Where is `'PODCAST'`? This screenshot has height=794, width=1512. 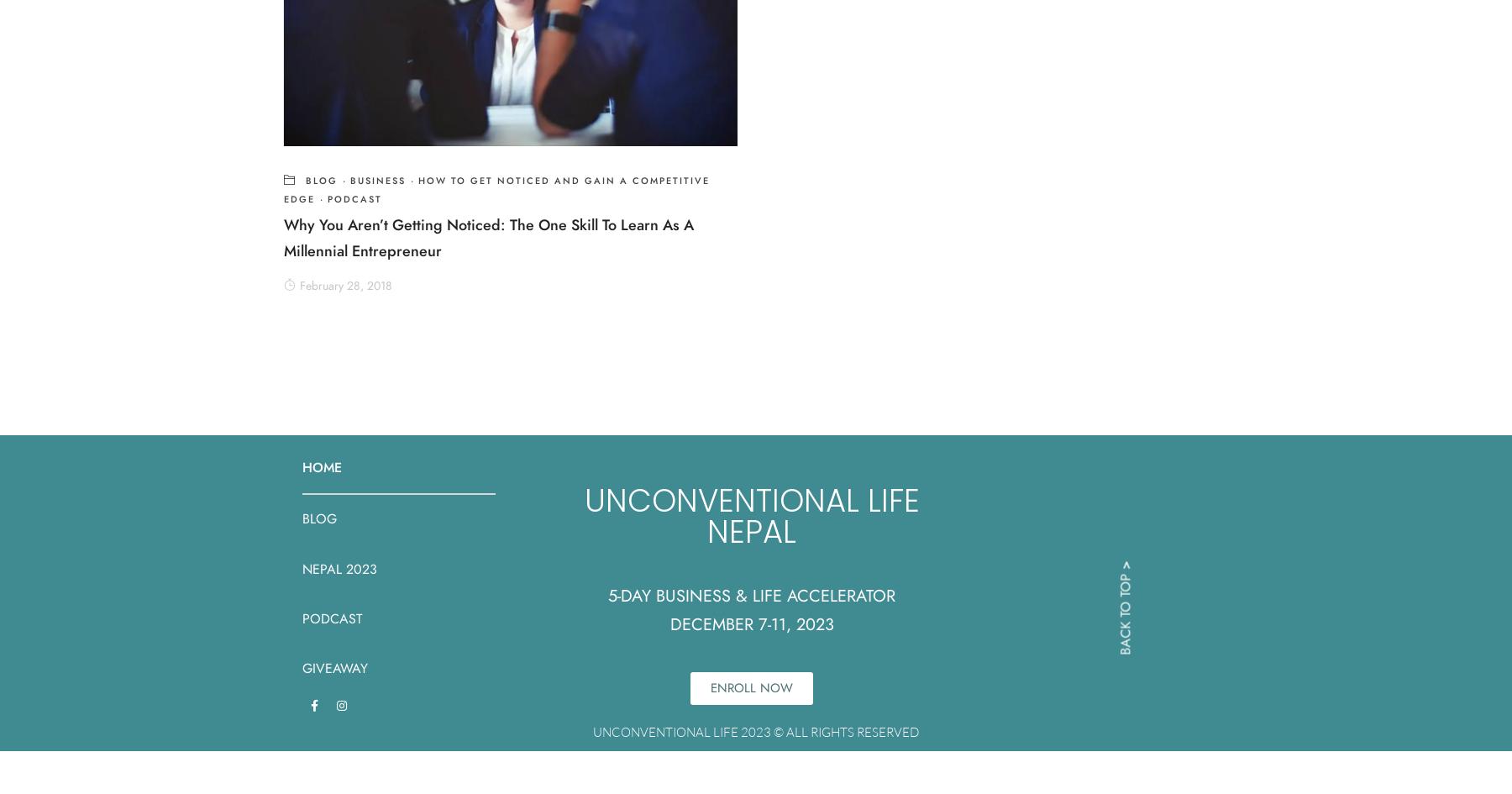 'PODCAST' is located at coordinates (332, 618).